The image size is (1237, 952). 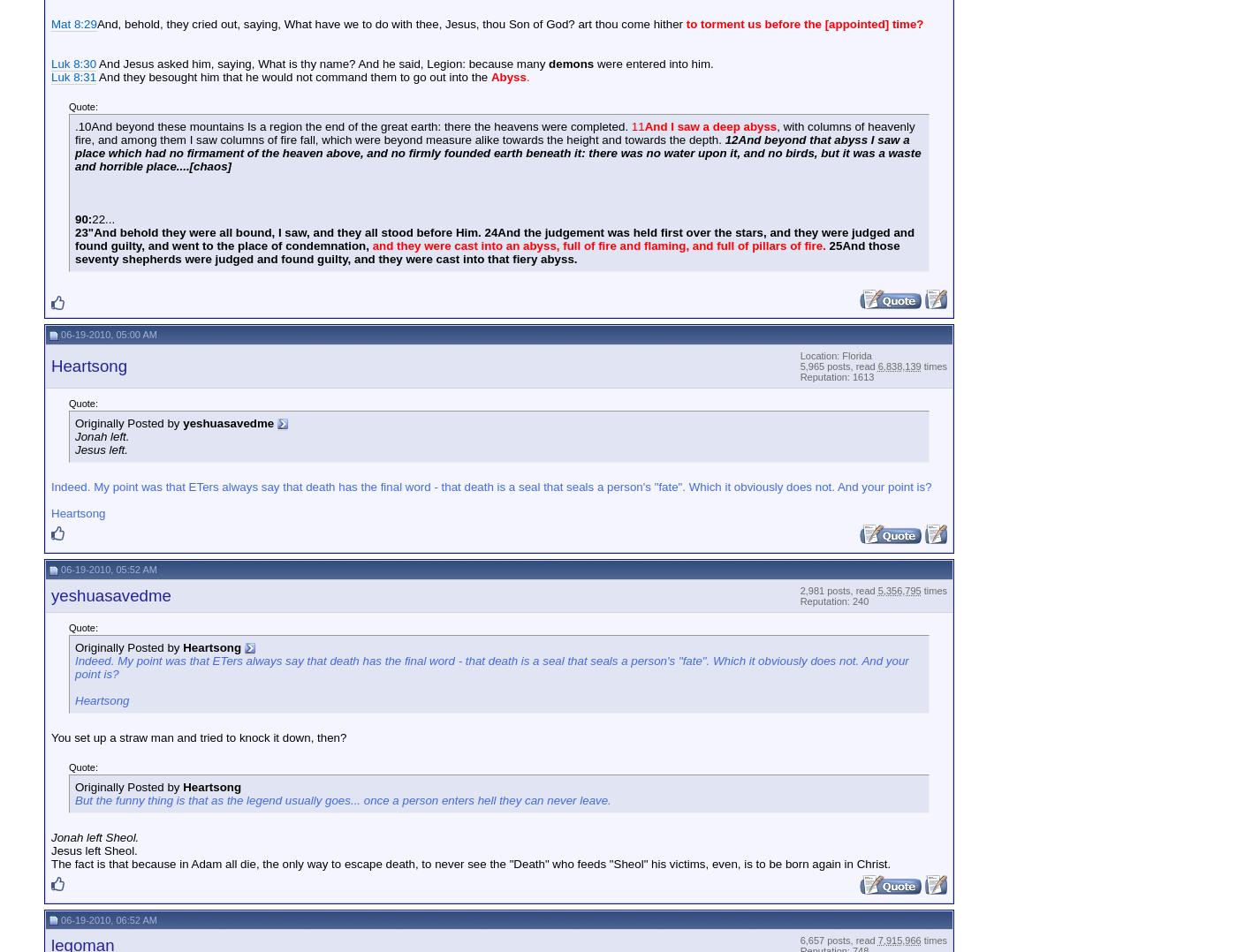 What do you see at coordinates (74, 252) in the screenshot?
I see `'And those seventy shepherds were judged and found guilty, and they were cast into that fiery abyss.'` at bounding box center [74, 252].